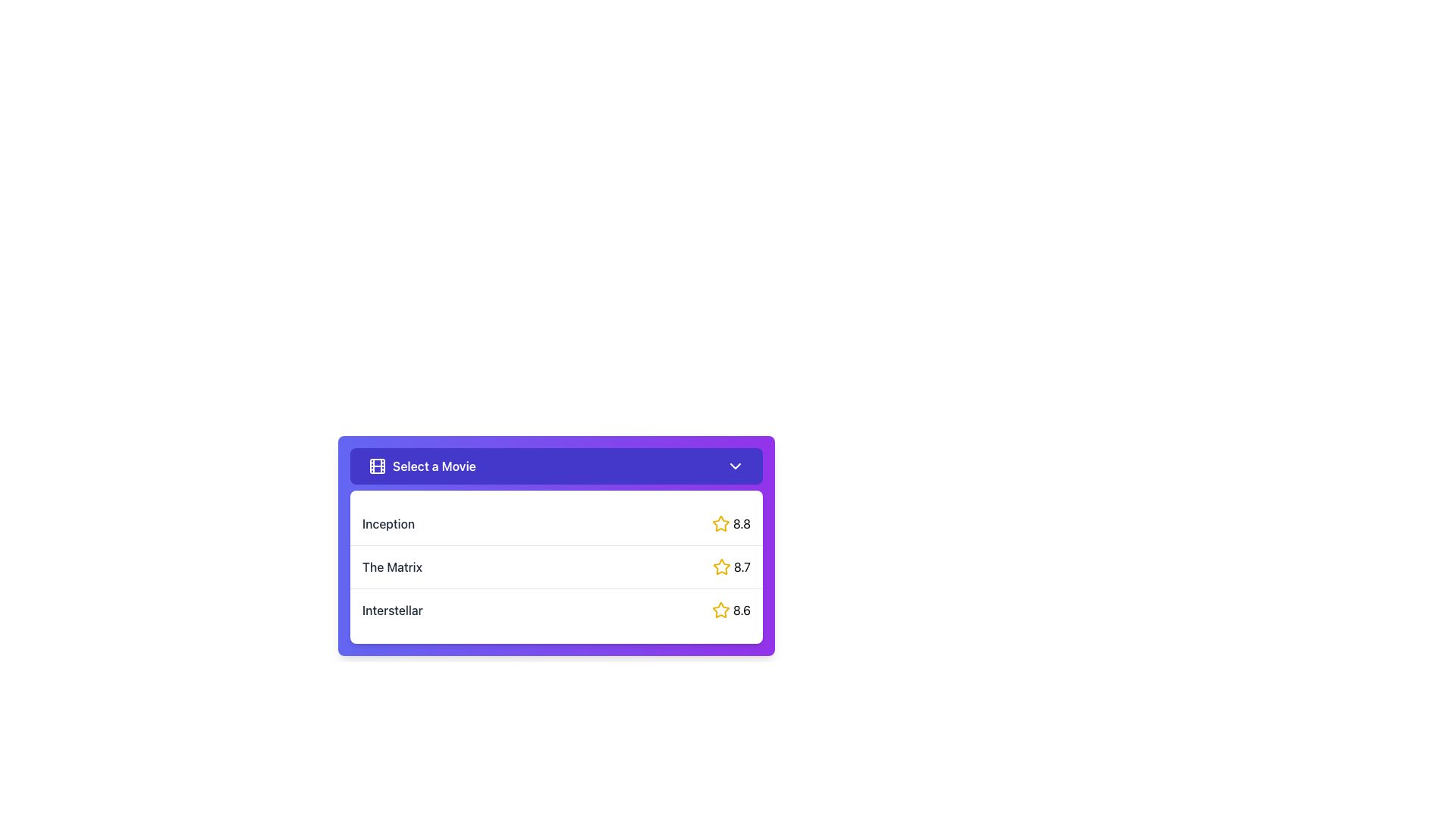 The height and width of the screenshot is (819, 1456). I want to click on the movie icon located at the far-left side of the 'Select a Movie' purple button, providing context for the dropdown related to video content, so click(378, 465).